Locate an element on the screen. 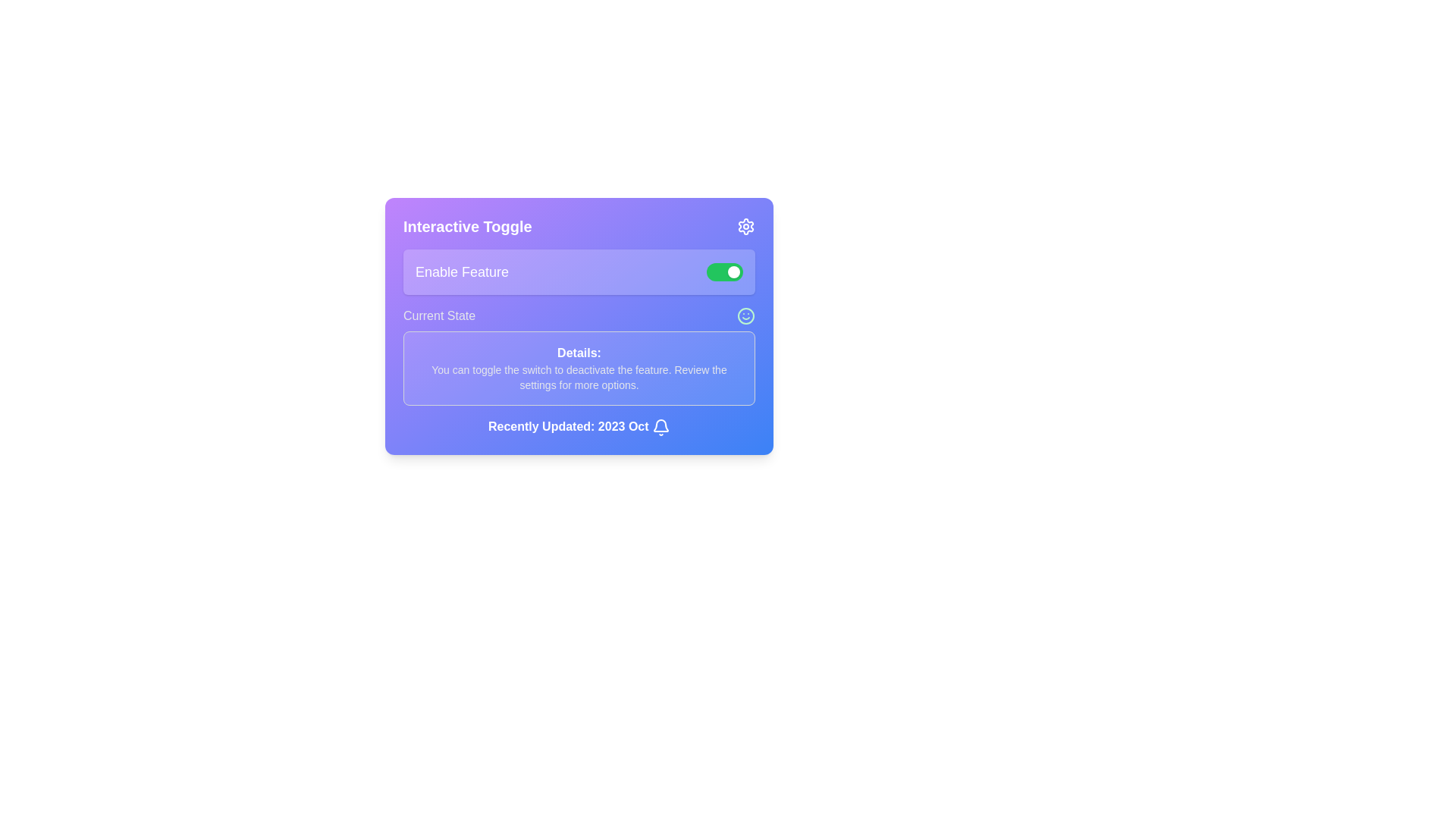 The height and width of the screenshot is (819, 1456). the Information card that contains the heading 'Details:' and the description about toggling the switch, located in the 'Interactive Toggle' section is located at coordinates (578, 356).